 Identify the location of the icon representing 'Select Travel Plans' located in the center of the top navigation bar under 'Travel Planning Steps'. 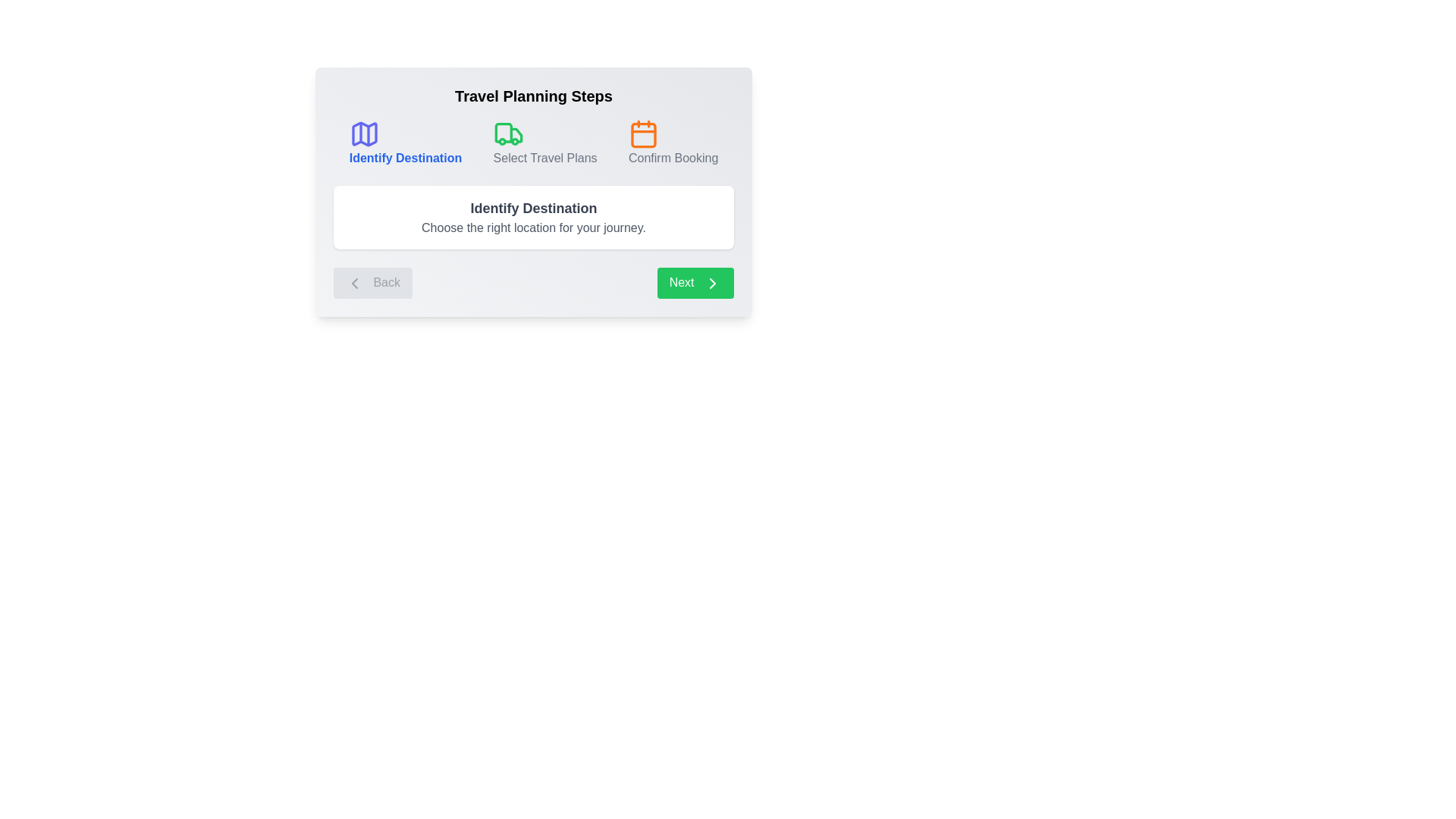
(508, 133).